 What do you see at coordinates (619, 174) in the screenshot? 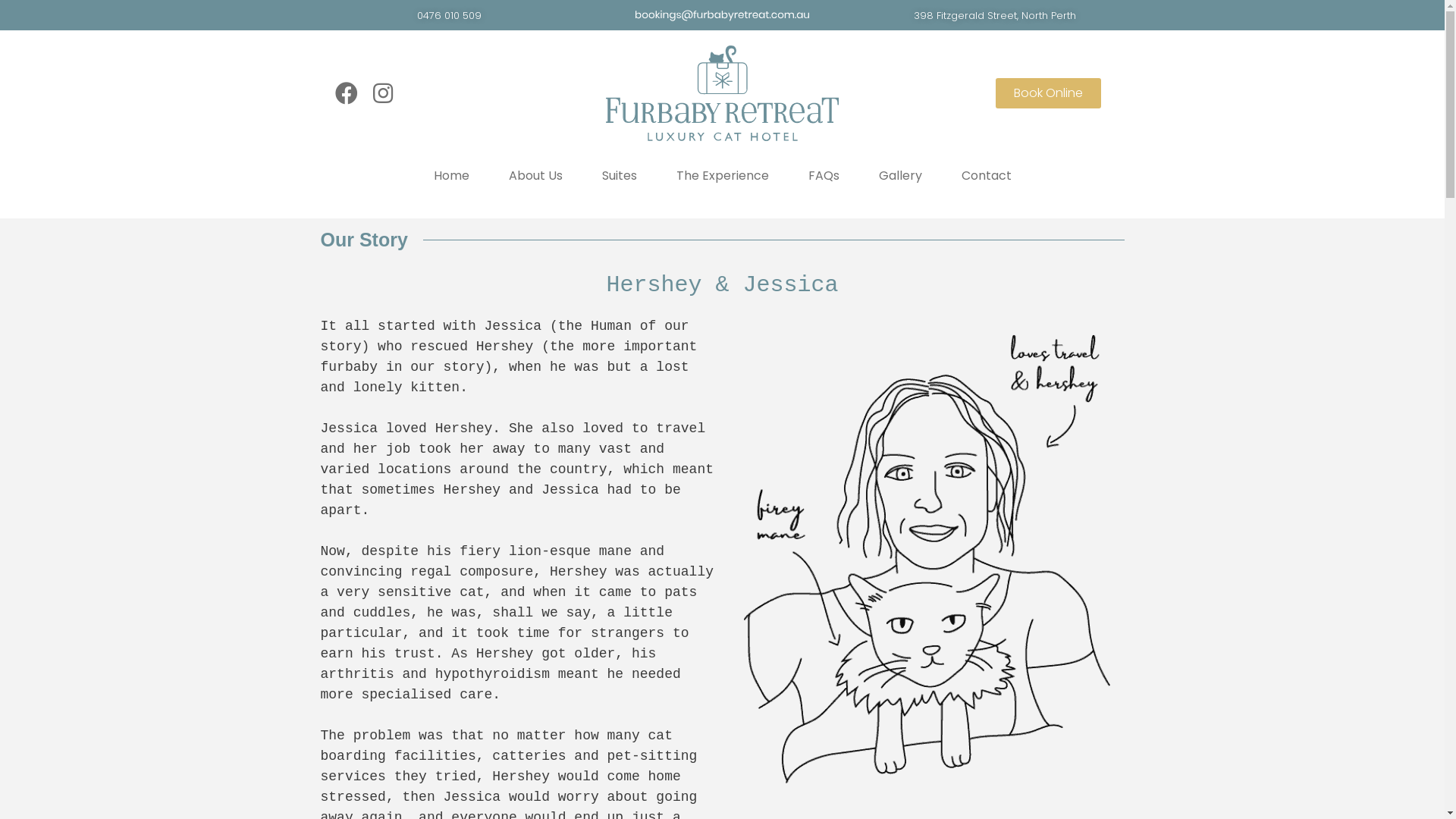
I see `'Suites'` at bounding box center [619, 174].